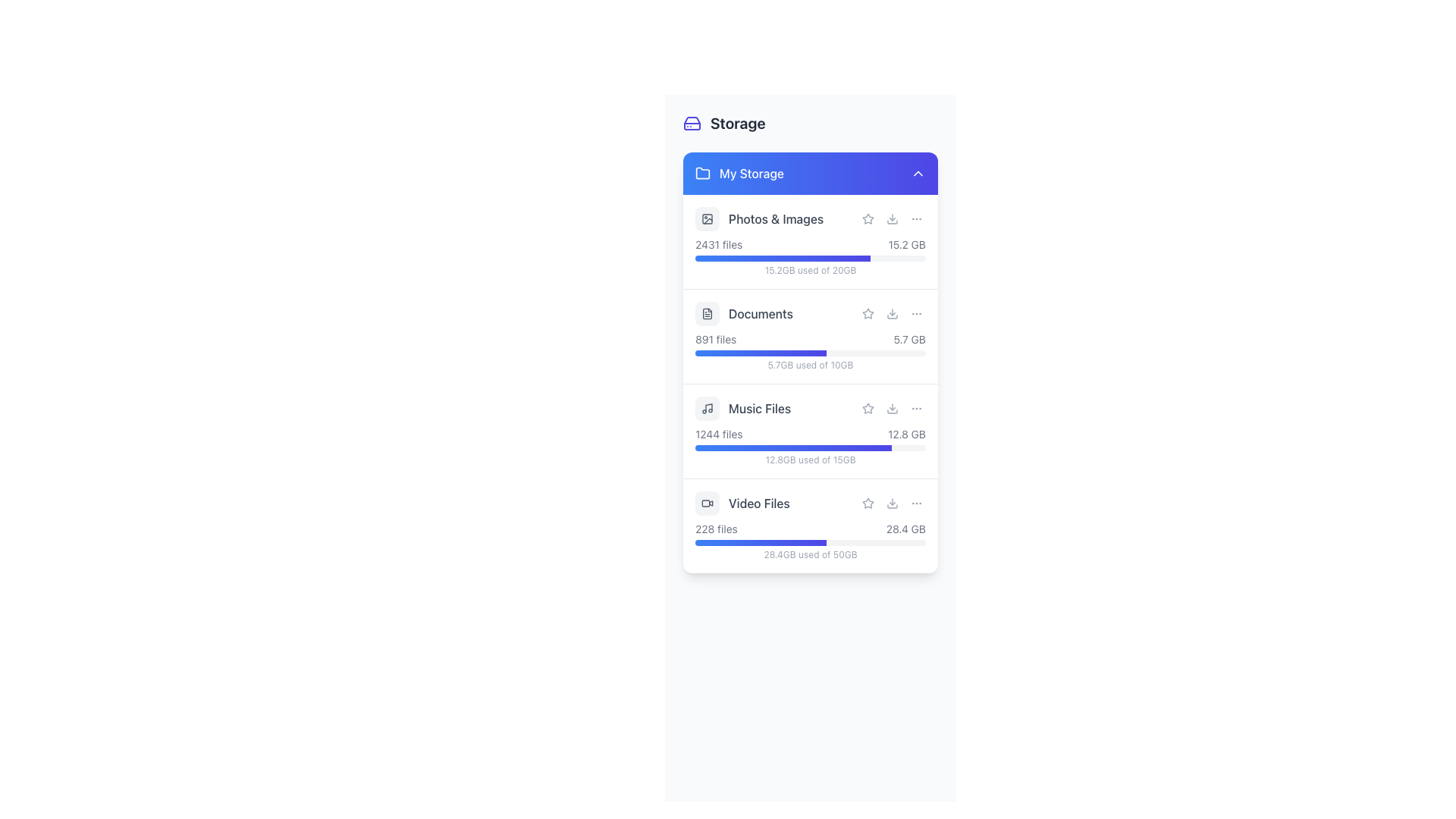  Describe the element at coordinates (906, 435) in the screenshot. I see `the text label displaying '12.8 GB' located in the 'Music Files' section, to the far right of '1244 files' and aligned with the section's progress bar and header` at that location.